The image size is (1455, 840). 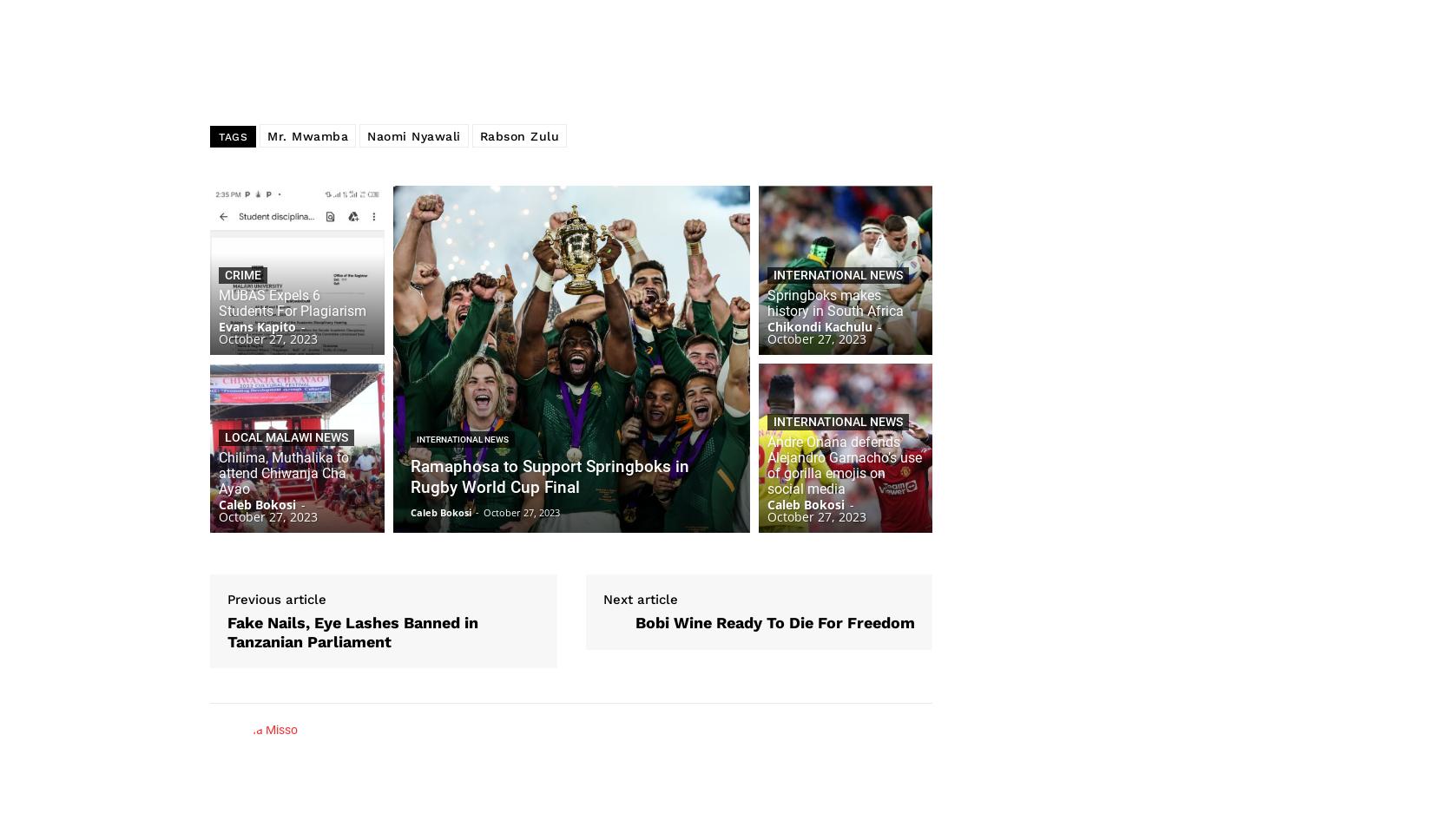 I want to click on 'Rabson Zulu', so click(x=518, y=135).